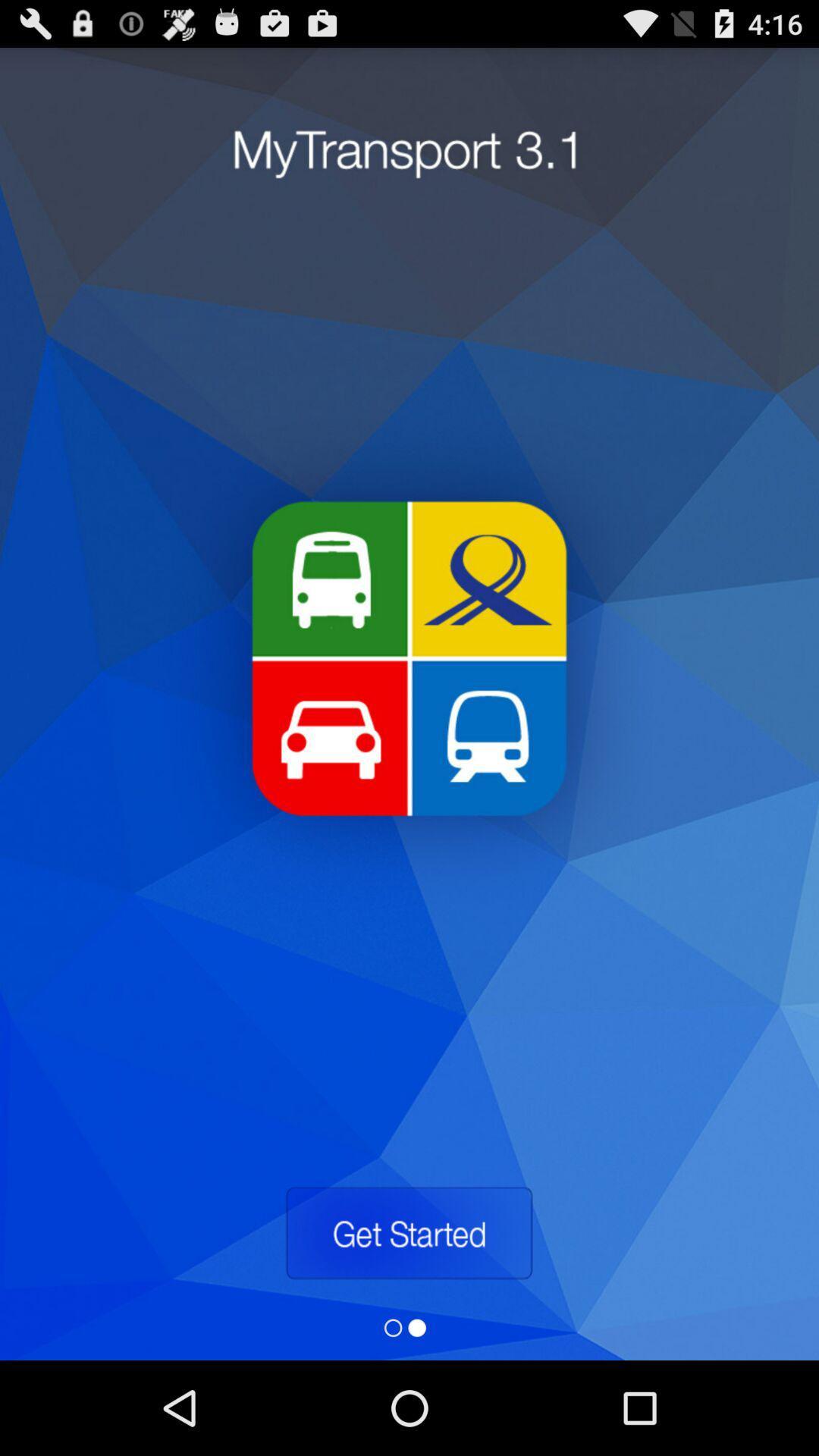  I want to click on get started, so click(408, 1233).